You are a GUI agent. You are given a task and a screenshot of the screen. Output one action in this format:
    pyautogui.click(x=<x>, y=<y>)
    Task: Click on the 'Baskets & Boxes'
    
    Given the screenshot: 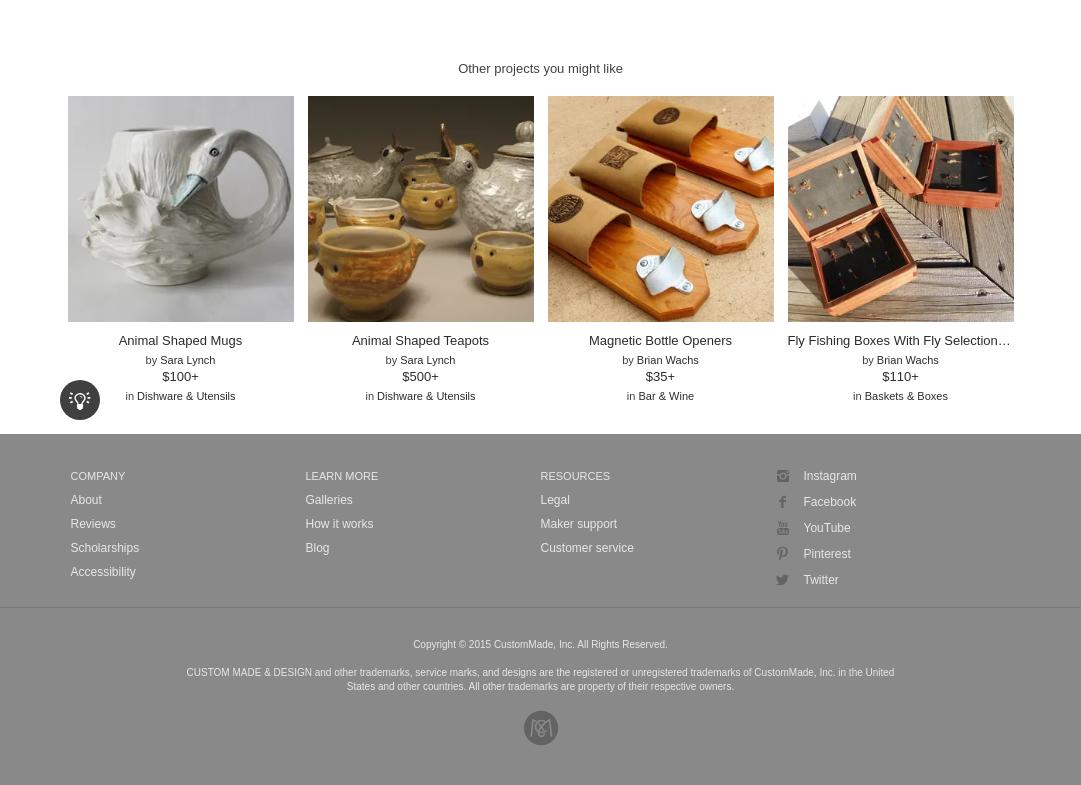 What is the action you would take?
    pyautogui.click(x=905, y=395)
    